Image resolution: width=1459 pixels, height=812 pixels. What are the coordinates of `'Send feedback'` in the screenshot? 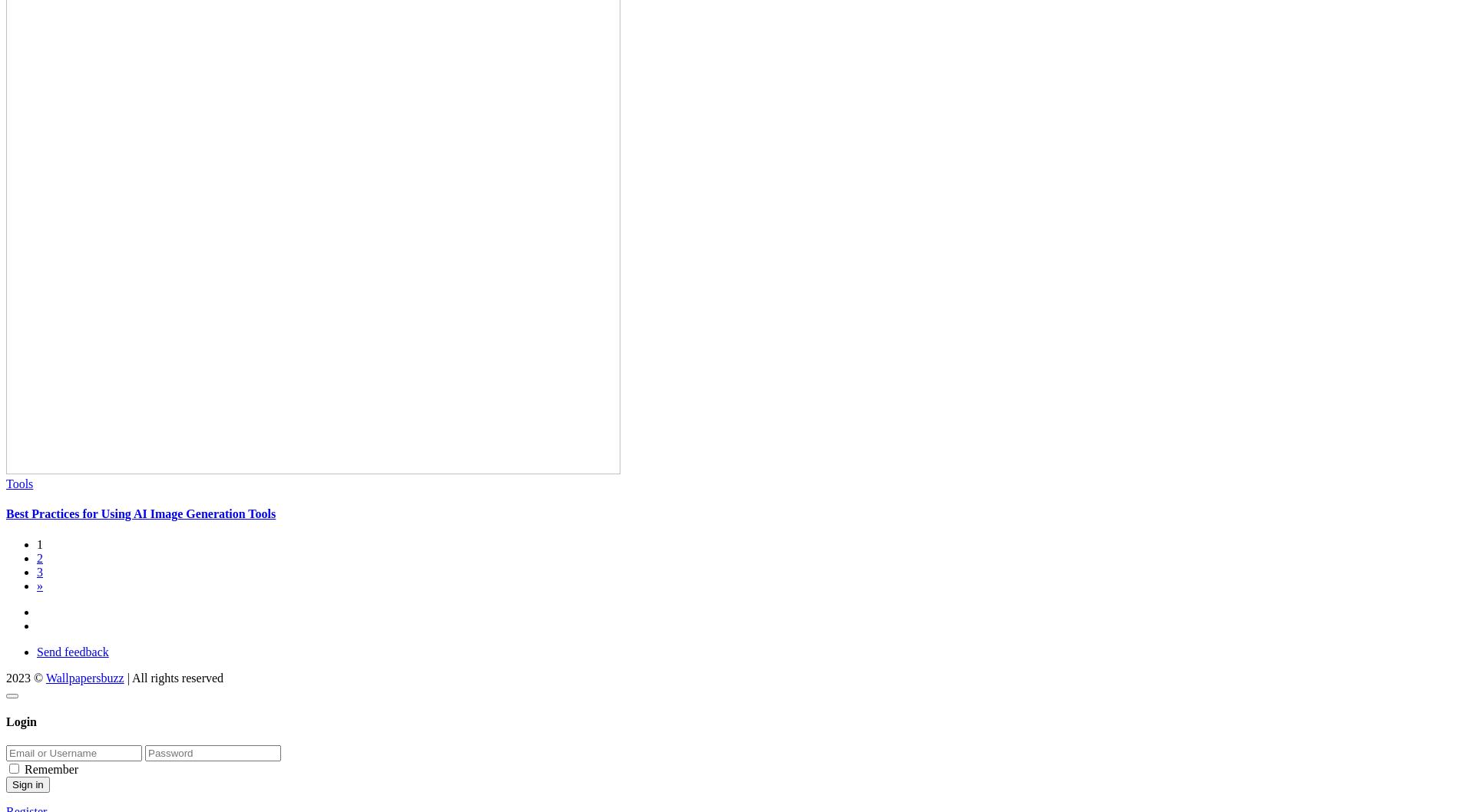 It's located at (72, 650).